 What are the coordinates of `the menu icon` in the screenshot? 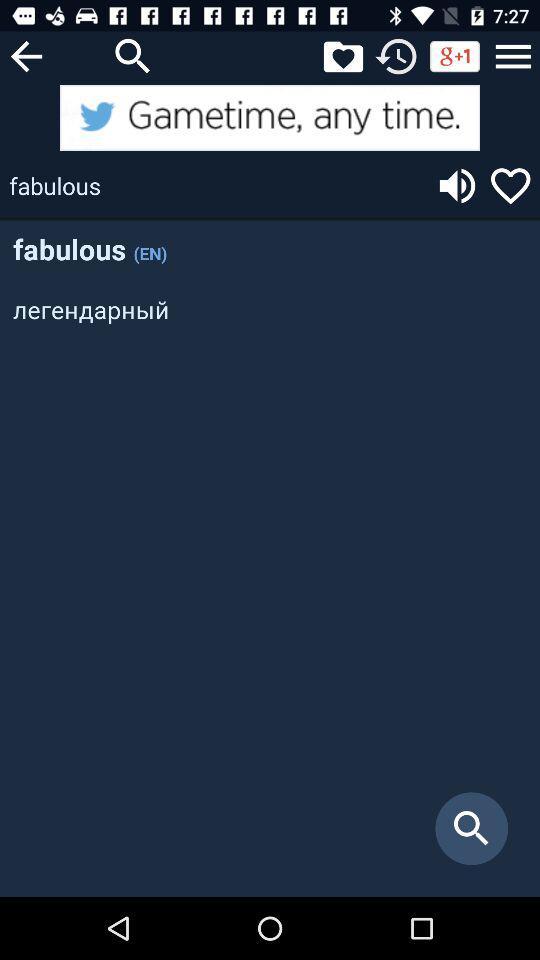 It's located at (513, 55).